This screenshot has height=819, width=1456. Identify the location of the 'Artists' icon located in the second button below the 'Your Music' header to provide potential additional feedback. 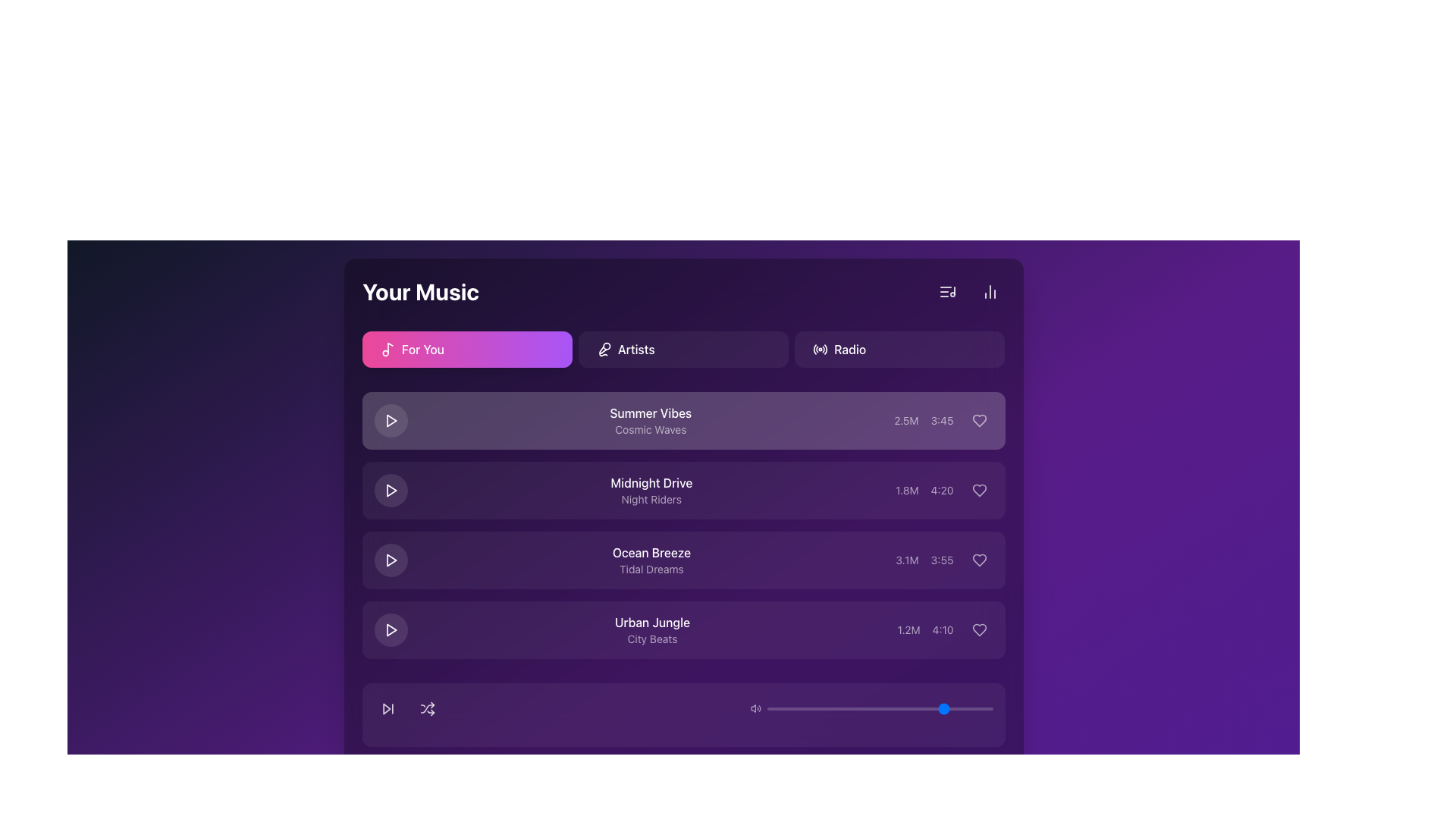
(603, 350).